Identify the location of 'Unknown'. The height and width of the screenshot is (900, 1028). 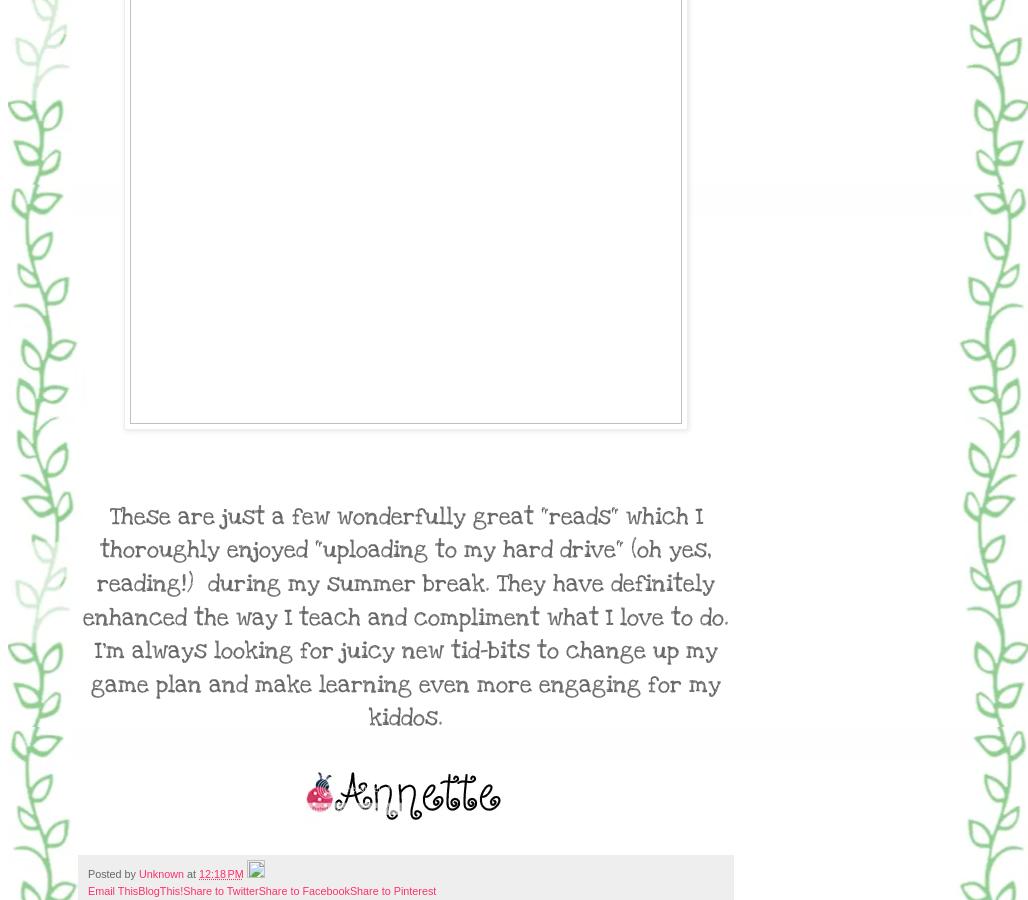
(161, 873).